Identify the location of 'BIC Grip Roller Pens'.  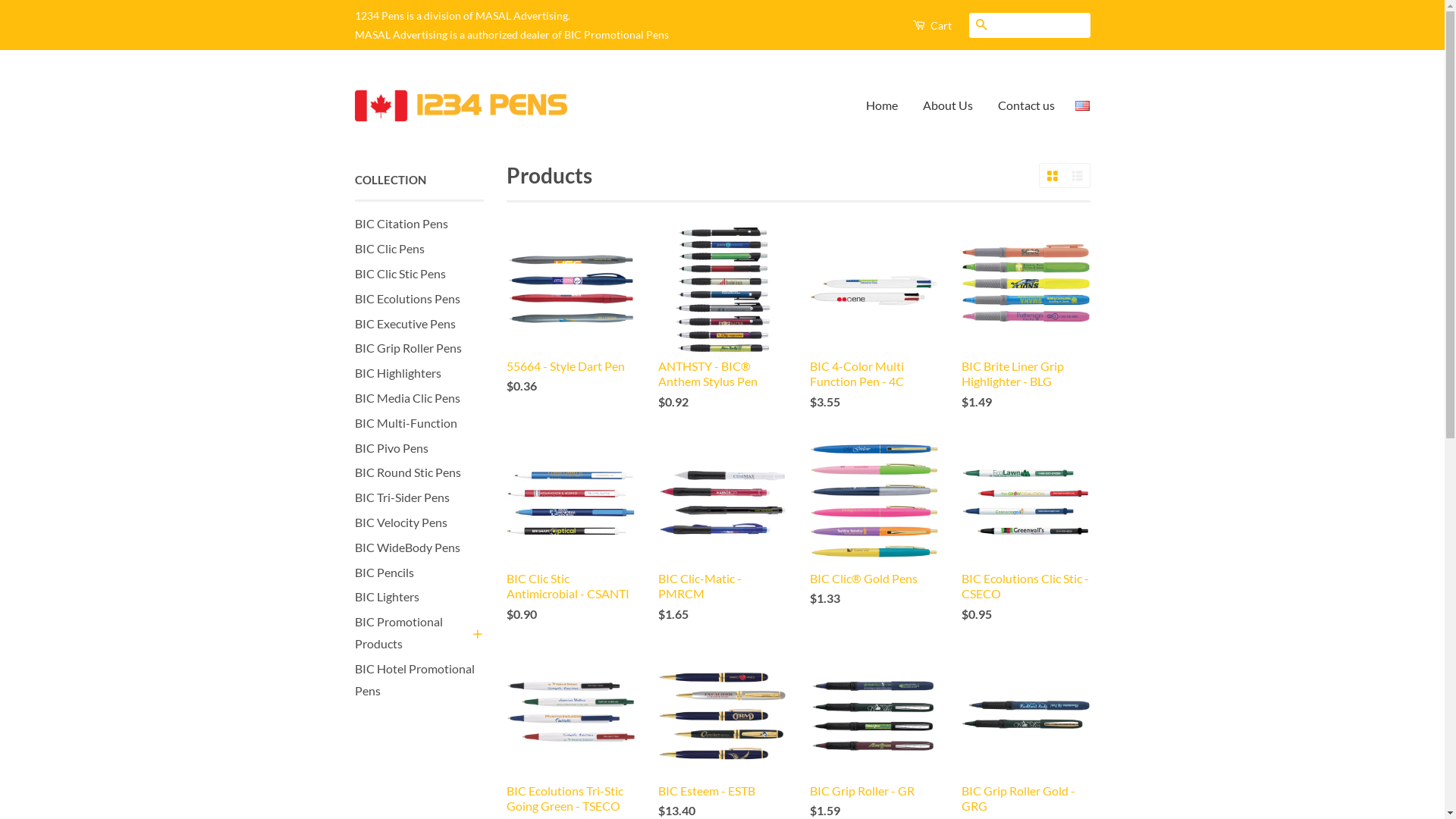
(408, 347).